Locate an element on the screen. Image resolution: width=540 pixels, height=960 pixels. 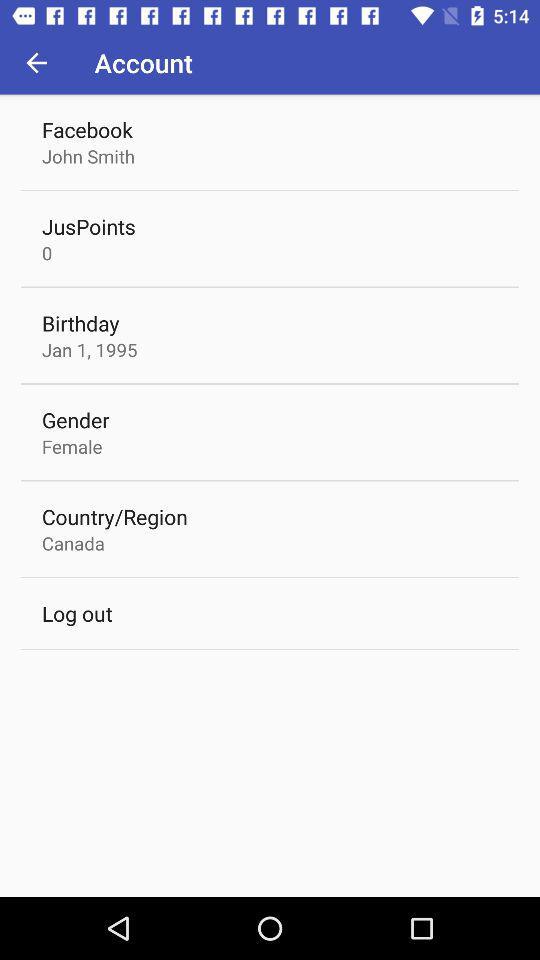
item next to the account is located at coordinates (36, 62).